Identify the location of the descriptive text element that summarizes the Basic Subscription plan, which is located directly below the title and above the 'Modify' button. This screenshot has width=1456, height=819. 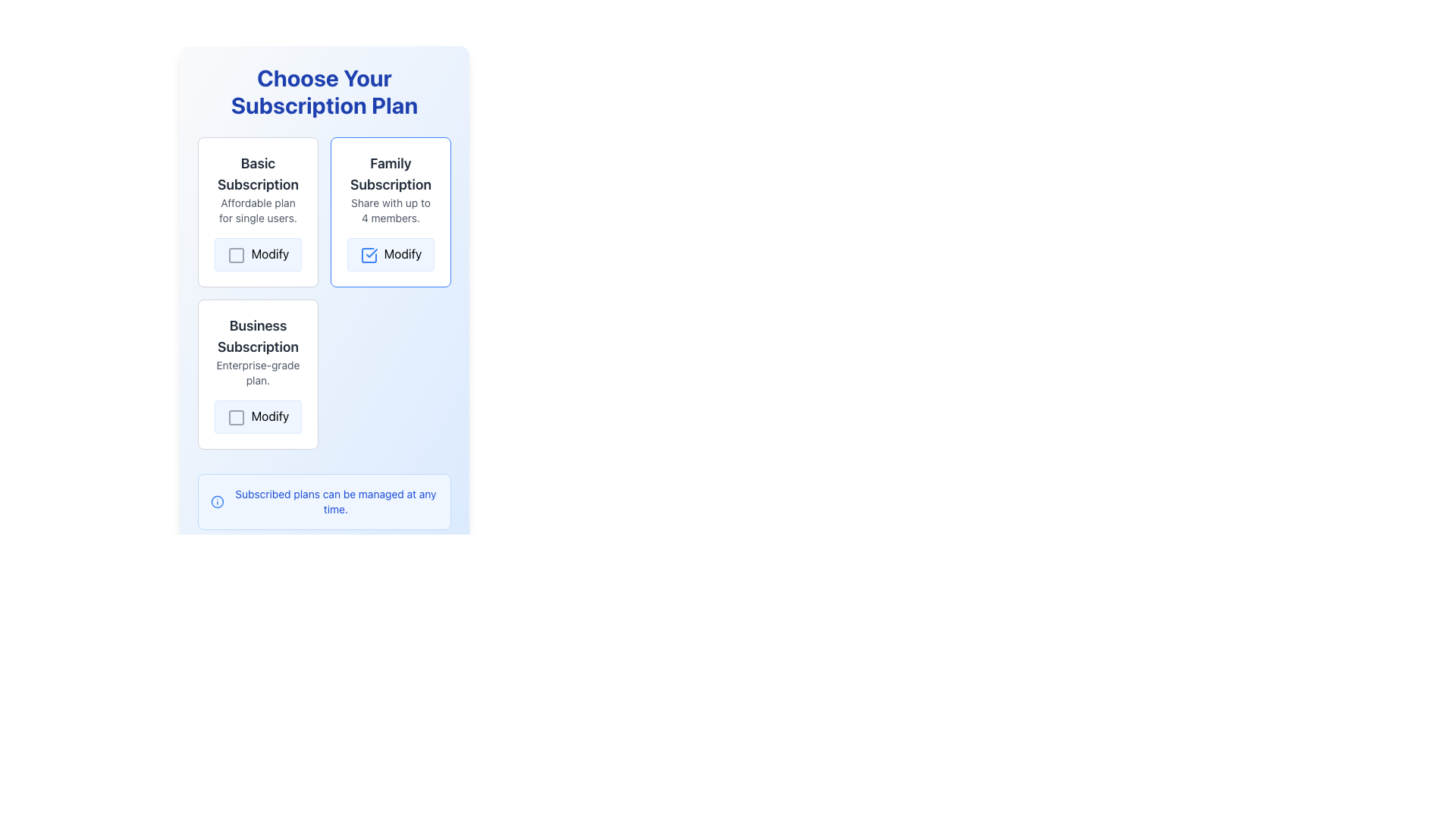
(258, 210).